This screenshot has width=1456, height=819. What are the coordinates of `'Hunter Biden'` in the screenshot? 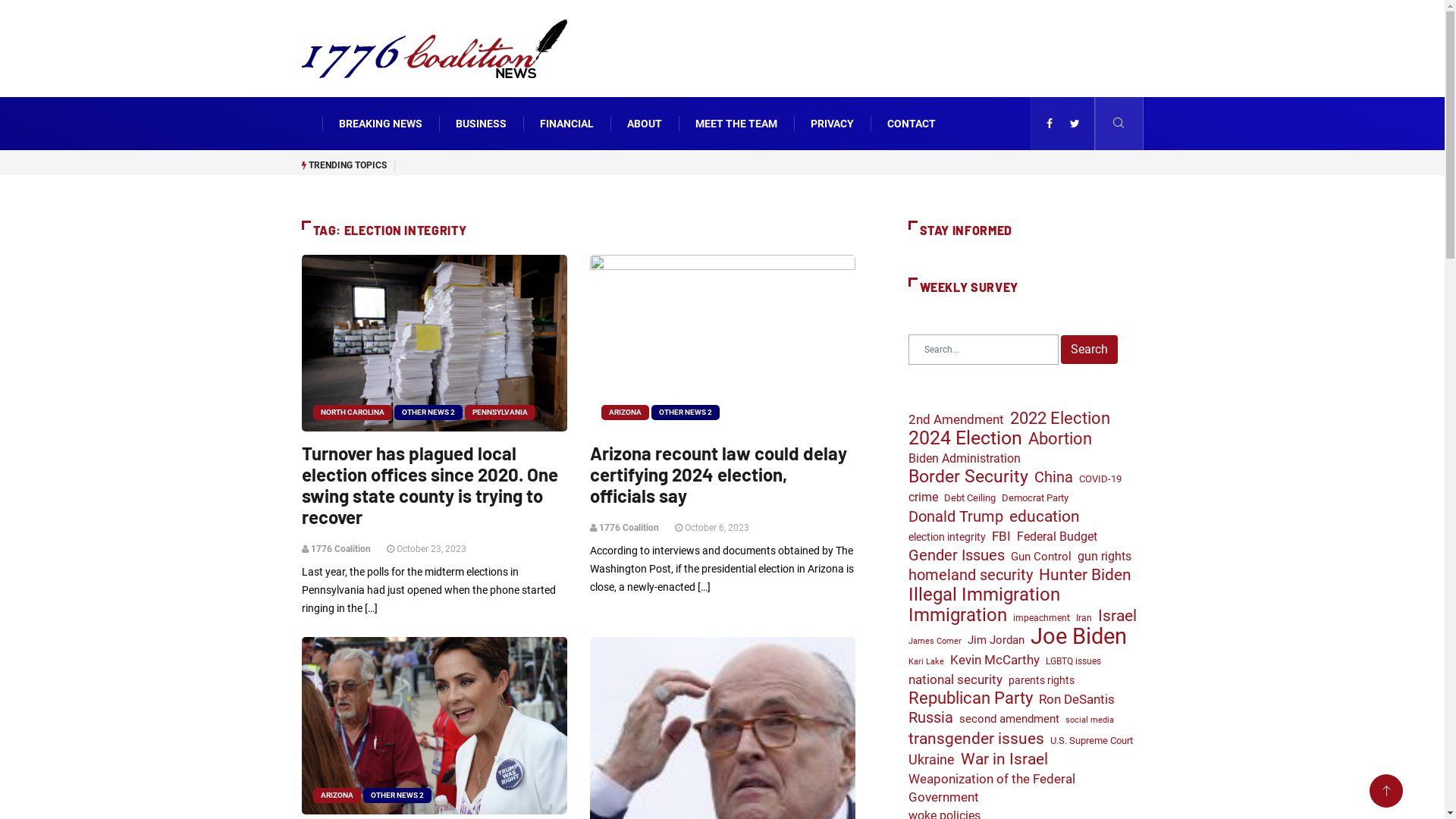 It's located at (1037, 575).